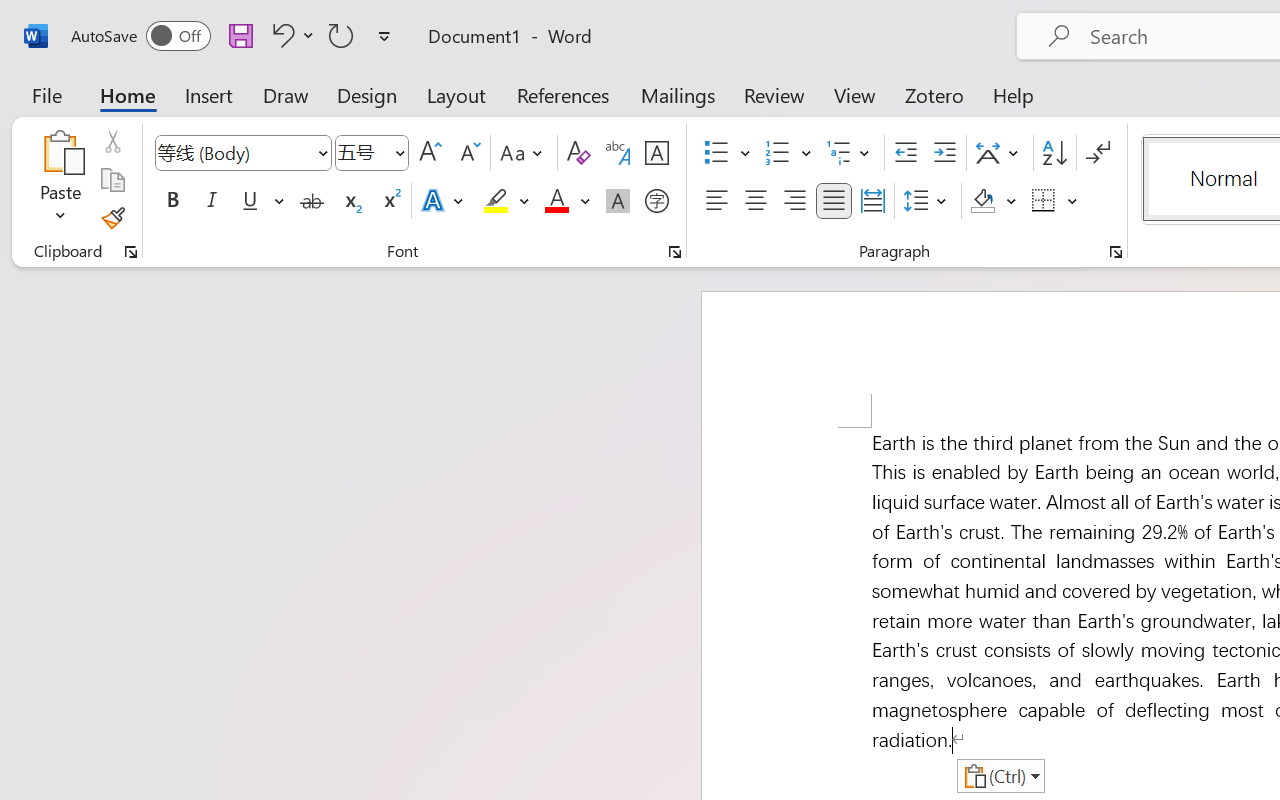 This screenshot has width=1280, height=800. I want to click on 'Subscript', so click(350, 201).